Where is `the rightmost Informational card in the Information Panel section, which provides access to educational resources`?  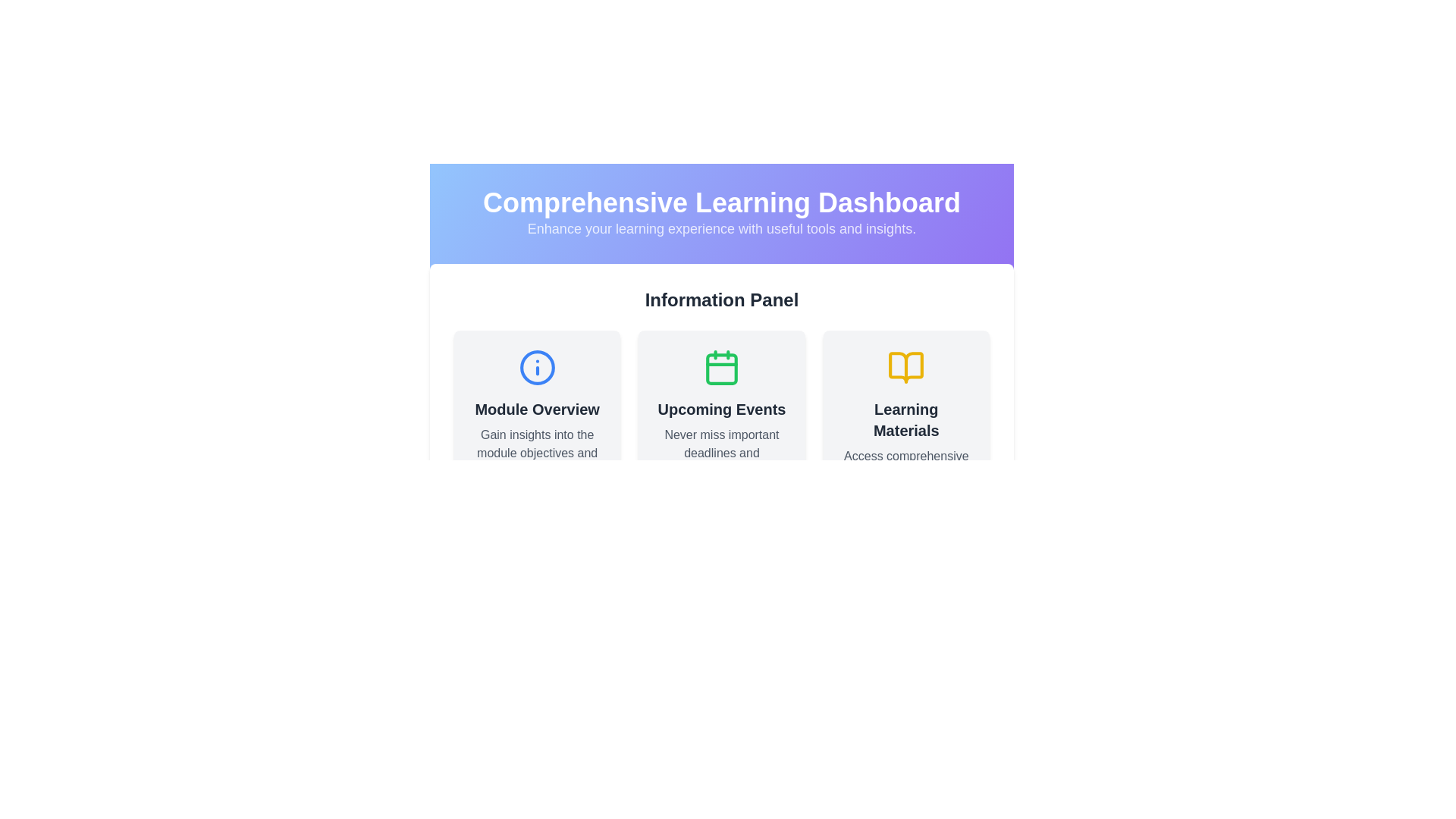
the rightmost Informational card in the Information Panel section, which provides access to educational resources is located at coordinates (906, 425).